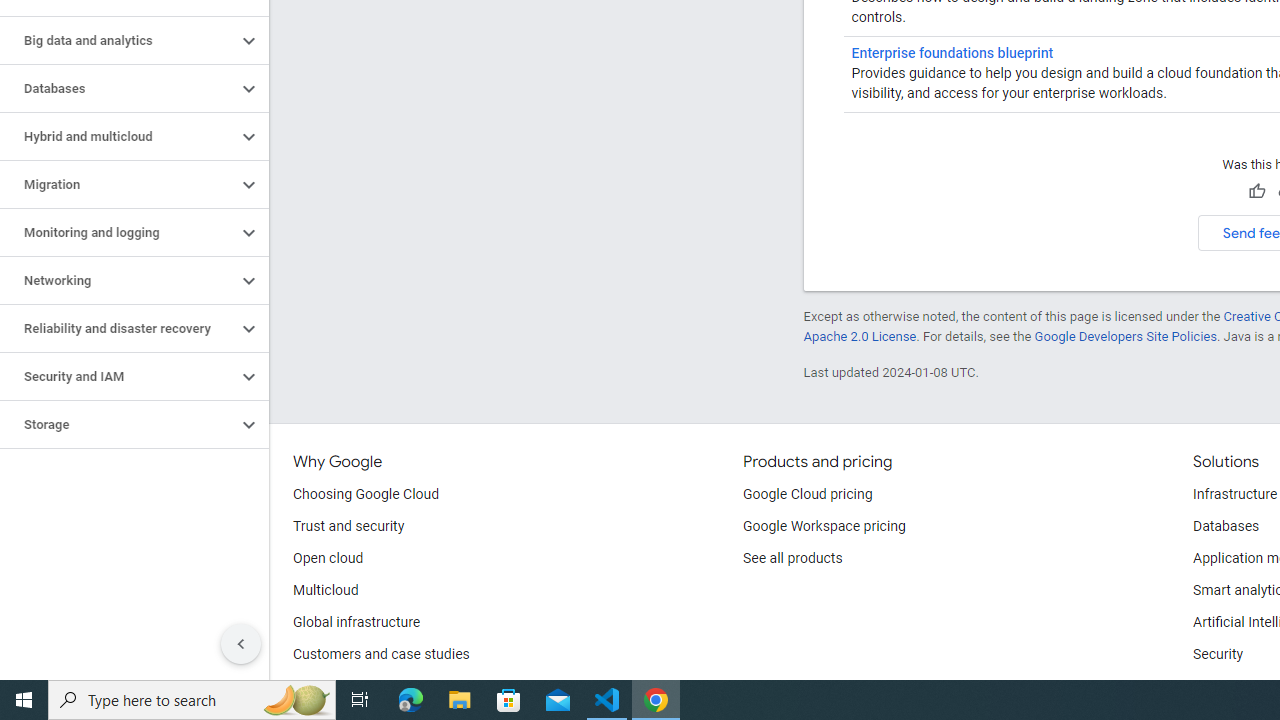  What do you see at coordinates (366, 495) in the screenshot?
I see `'Choosing Google Cloud'` at bounding box center [366, 495].